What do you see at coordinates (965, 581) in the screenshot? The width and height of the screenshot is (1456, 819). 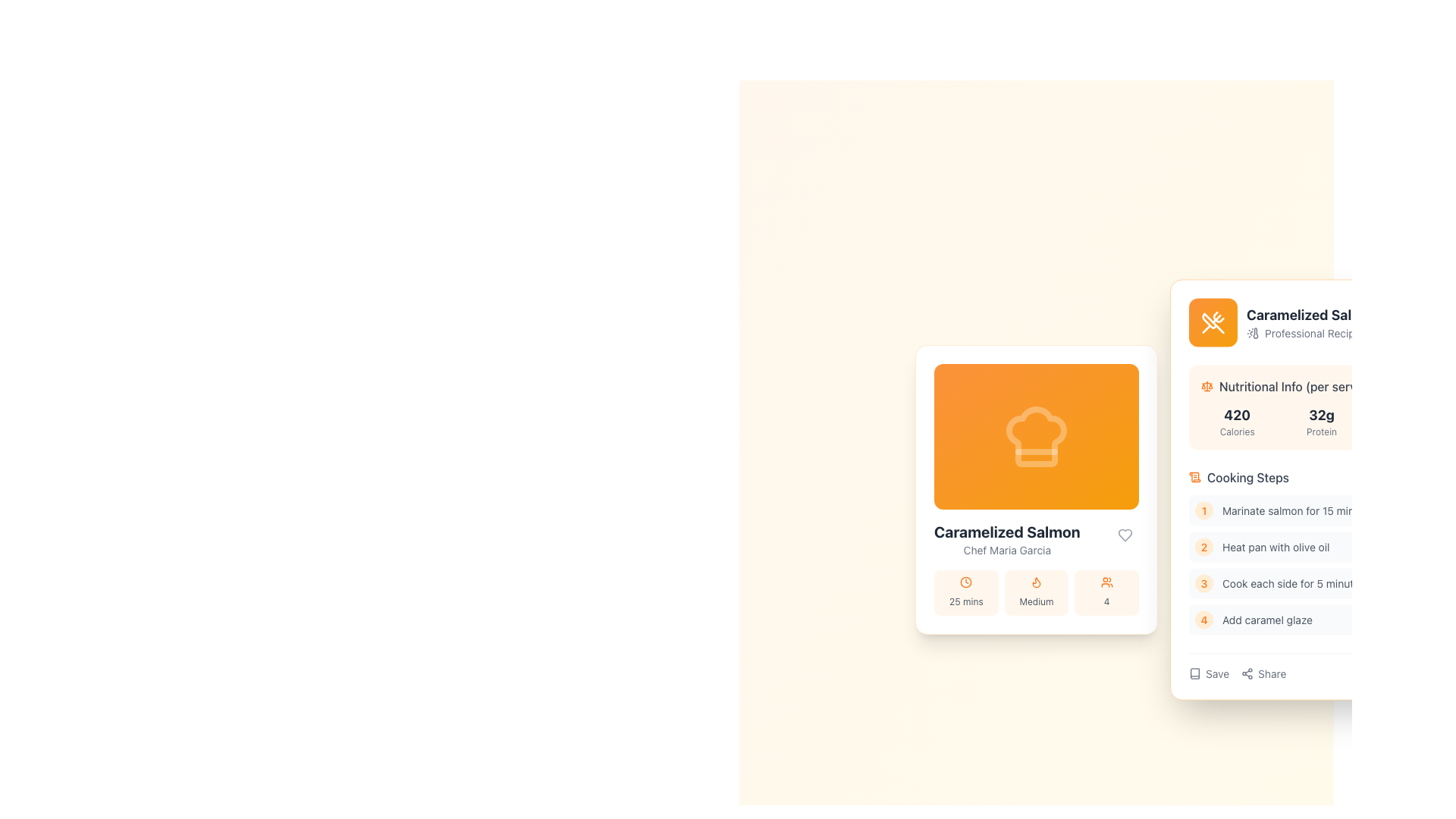 I see `the clock icon representing the preparation time for the recipe, which is visually supported by the text '25 mins' below it` at bounding box center [965, 581].